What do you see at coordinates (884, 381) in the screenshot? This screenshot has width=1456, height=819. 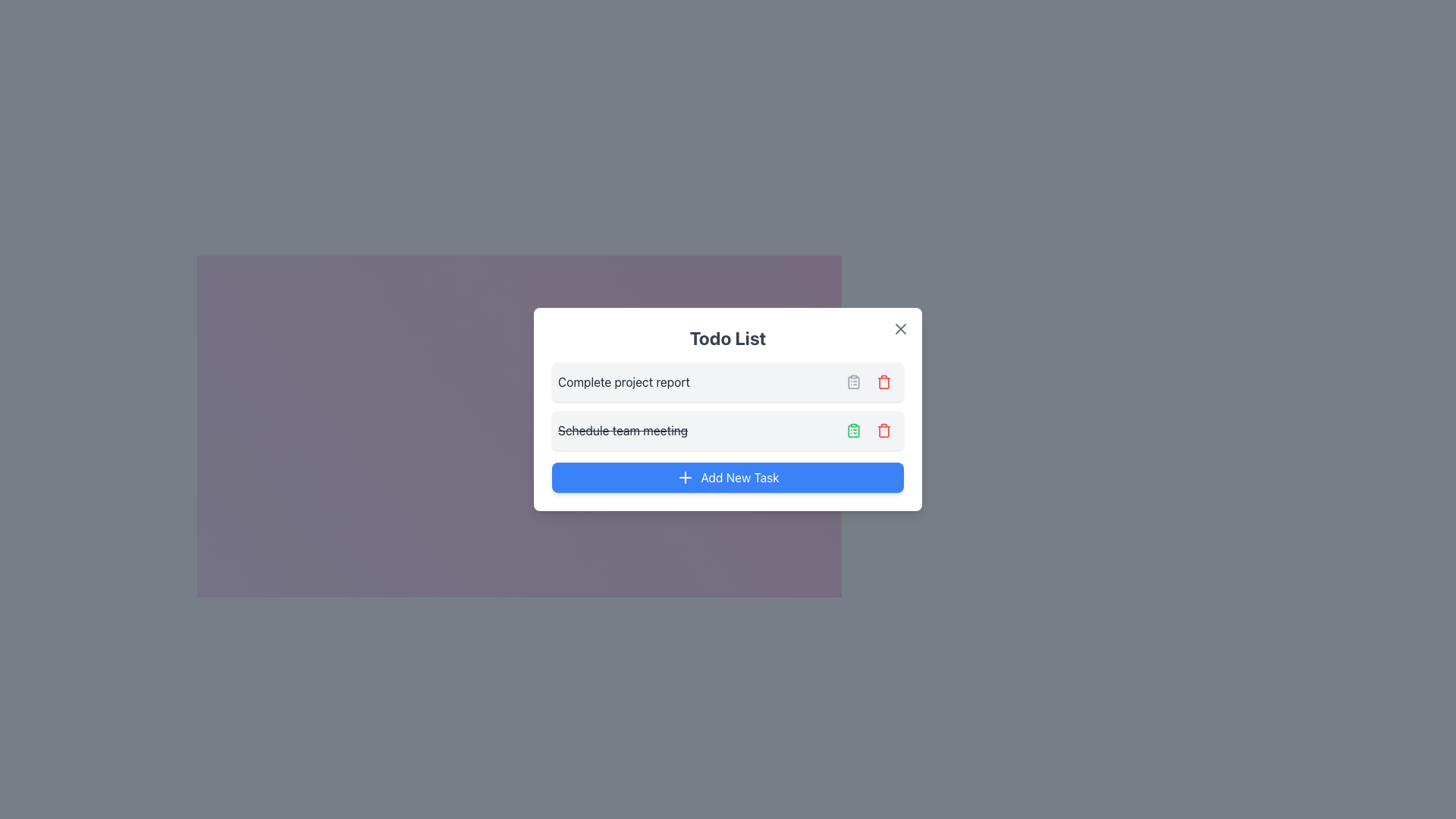 I see `the red trash can icon located in the second row of the task list interface, positioned to the far right of the row for 'Schedule team meeting'` at bounding box center [884, 381].